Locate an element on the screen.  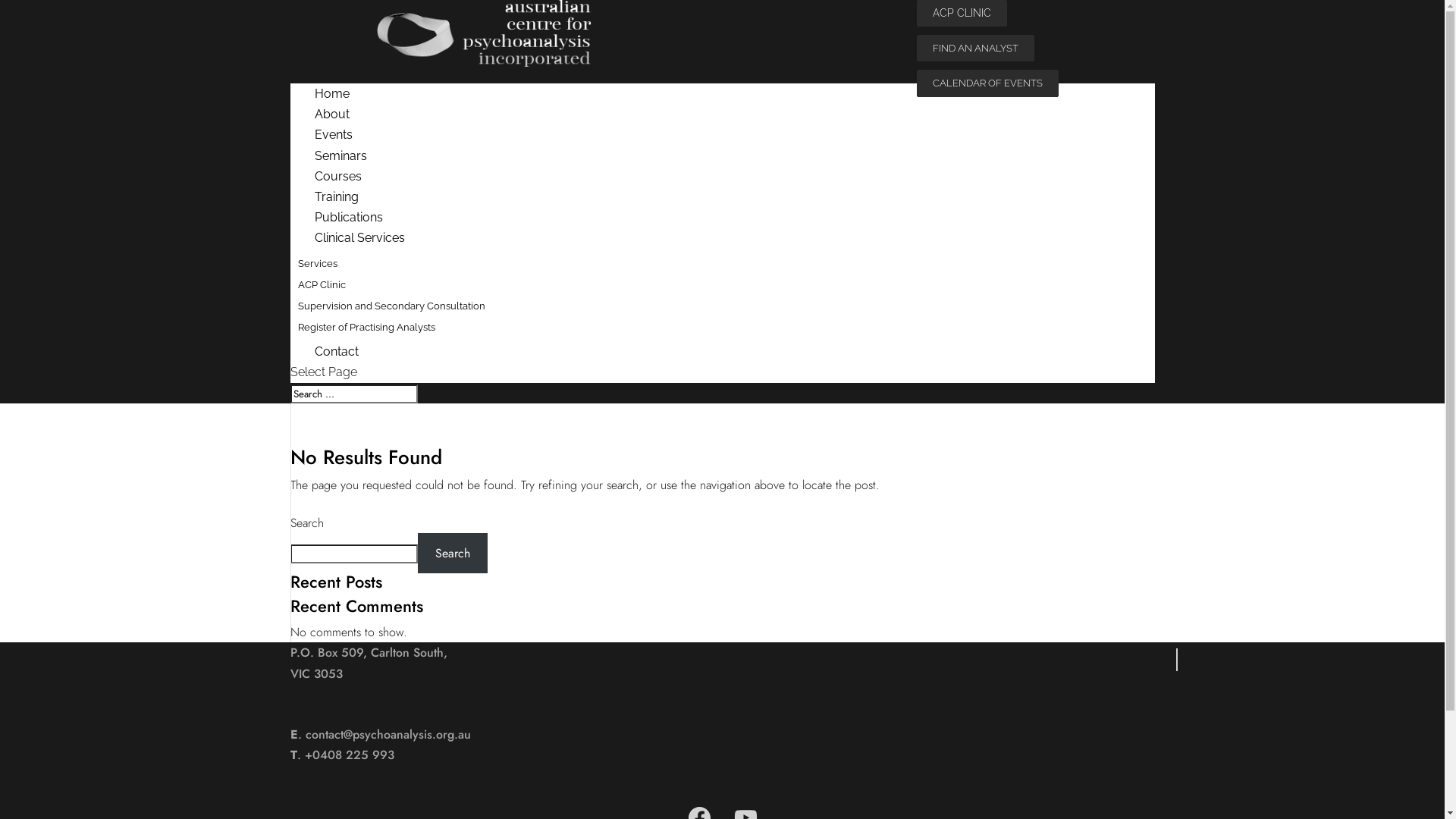
'Contact' is located at coordinates (335, 351).